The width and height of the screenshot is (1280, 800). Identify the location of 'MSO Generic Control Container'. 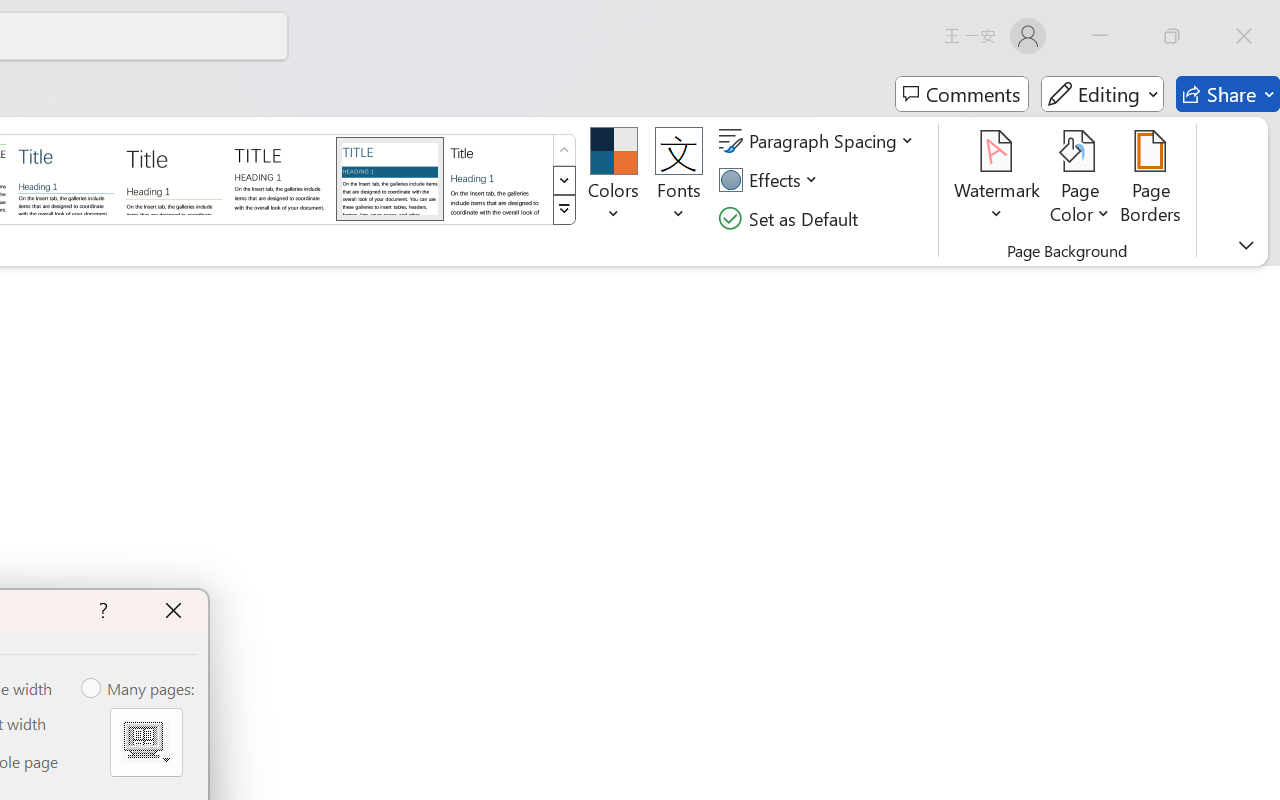
(145, 742).